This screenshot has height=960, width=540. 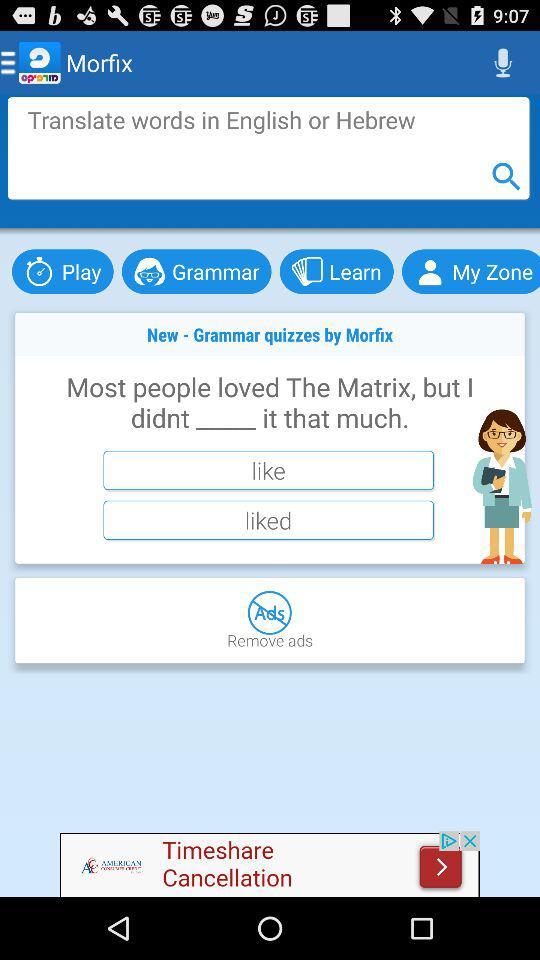 What do you see at coordinates (268, 147) in the screenshot?
I see `word to translate` at bounding box center [268, 147].